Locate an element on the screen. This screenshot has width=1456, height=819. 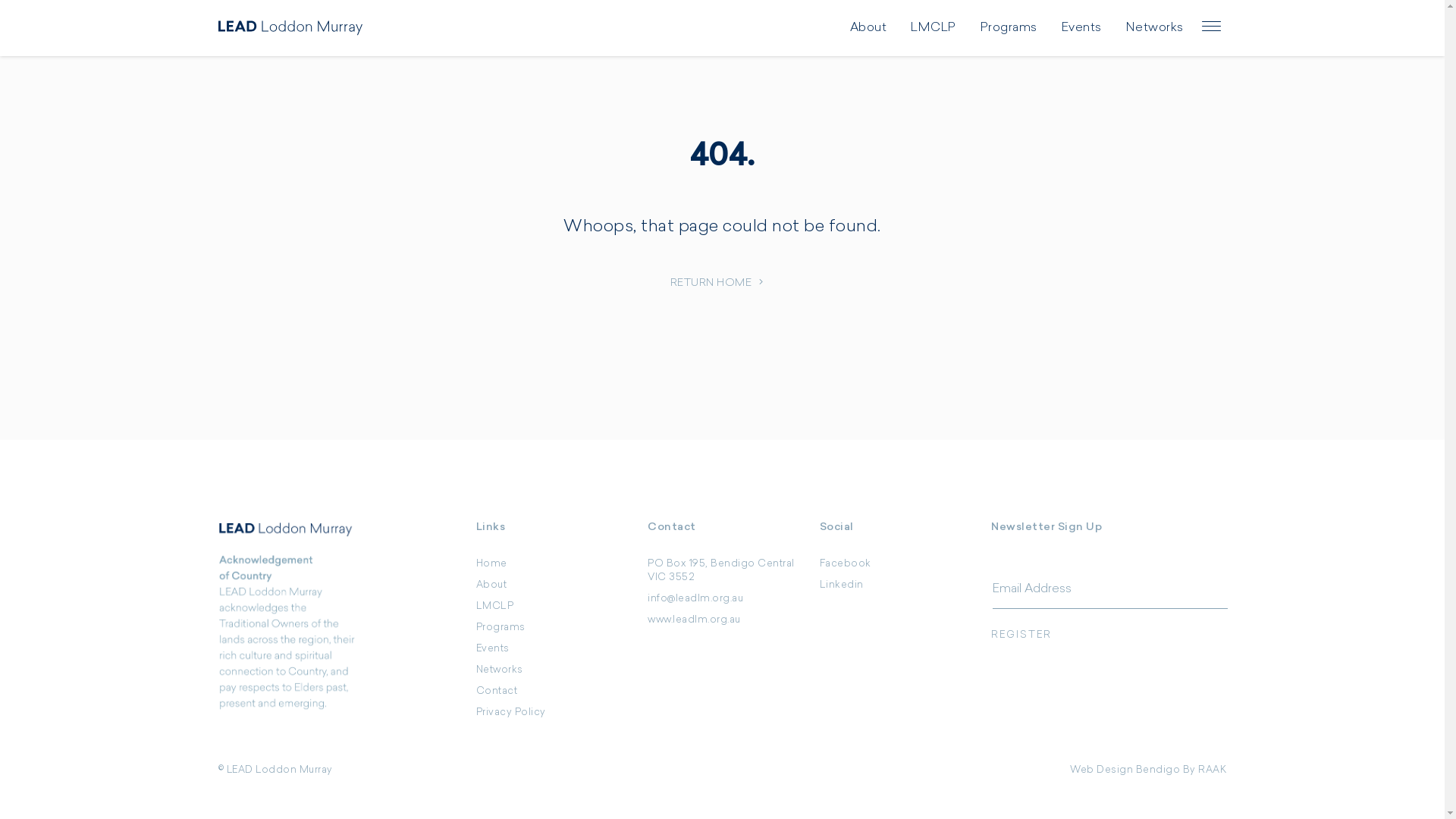
'About' is located at coordinates (491, 584).